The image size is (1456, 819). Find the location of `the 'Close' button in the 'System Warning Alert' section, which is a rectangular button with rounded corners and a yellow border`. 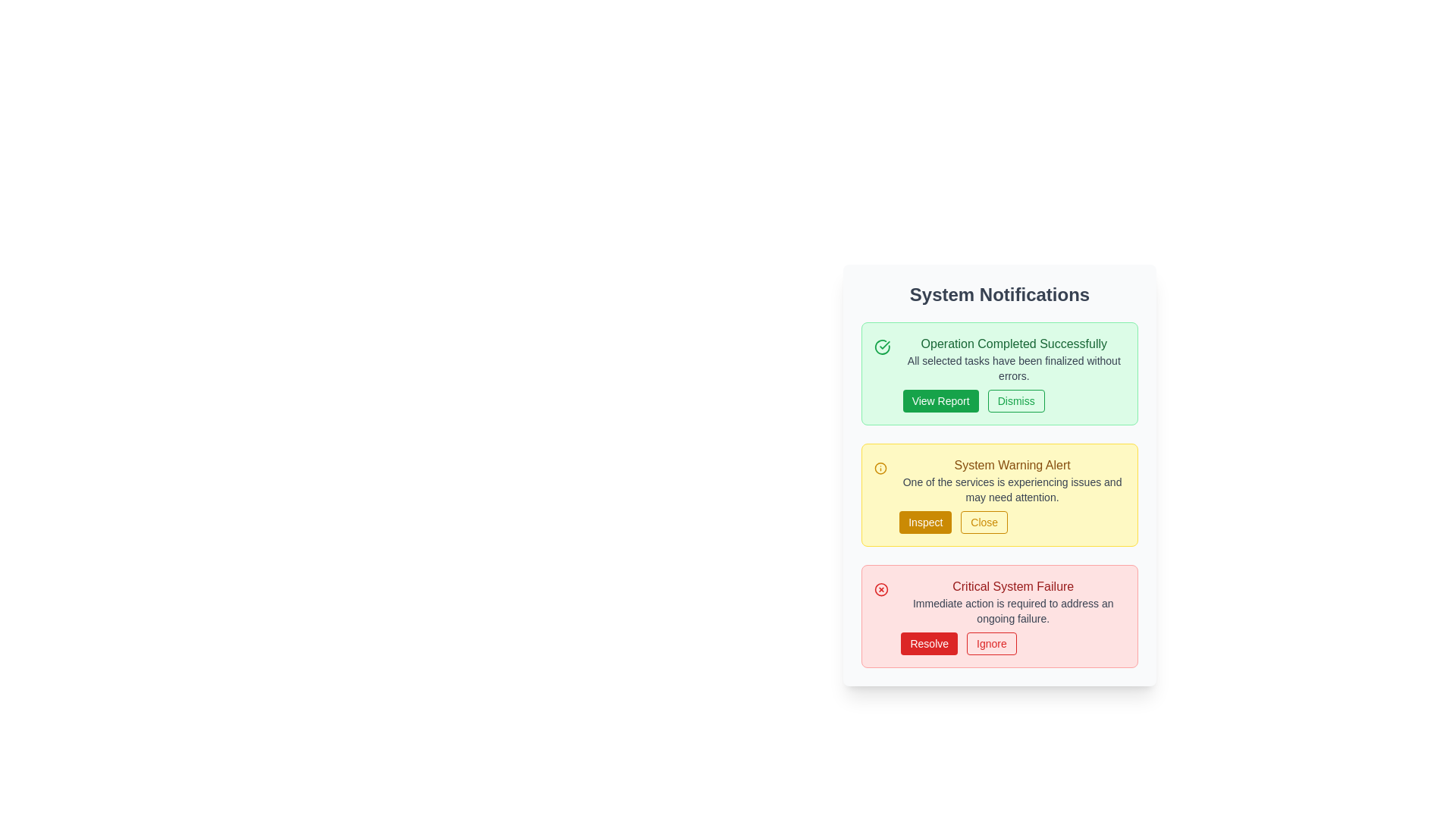

the 'Close' button in the 'System Warning Alert' section, which is a rectangular button with rounded corners and a yellow border is located at coordinates (984, 522).